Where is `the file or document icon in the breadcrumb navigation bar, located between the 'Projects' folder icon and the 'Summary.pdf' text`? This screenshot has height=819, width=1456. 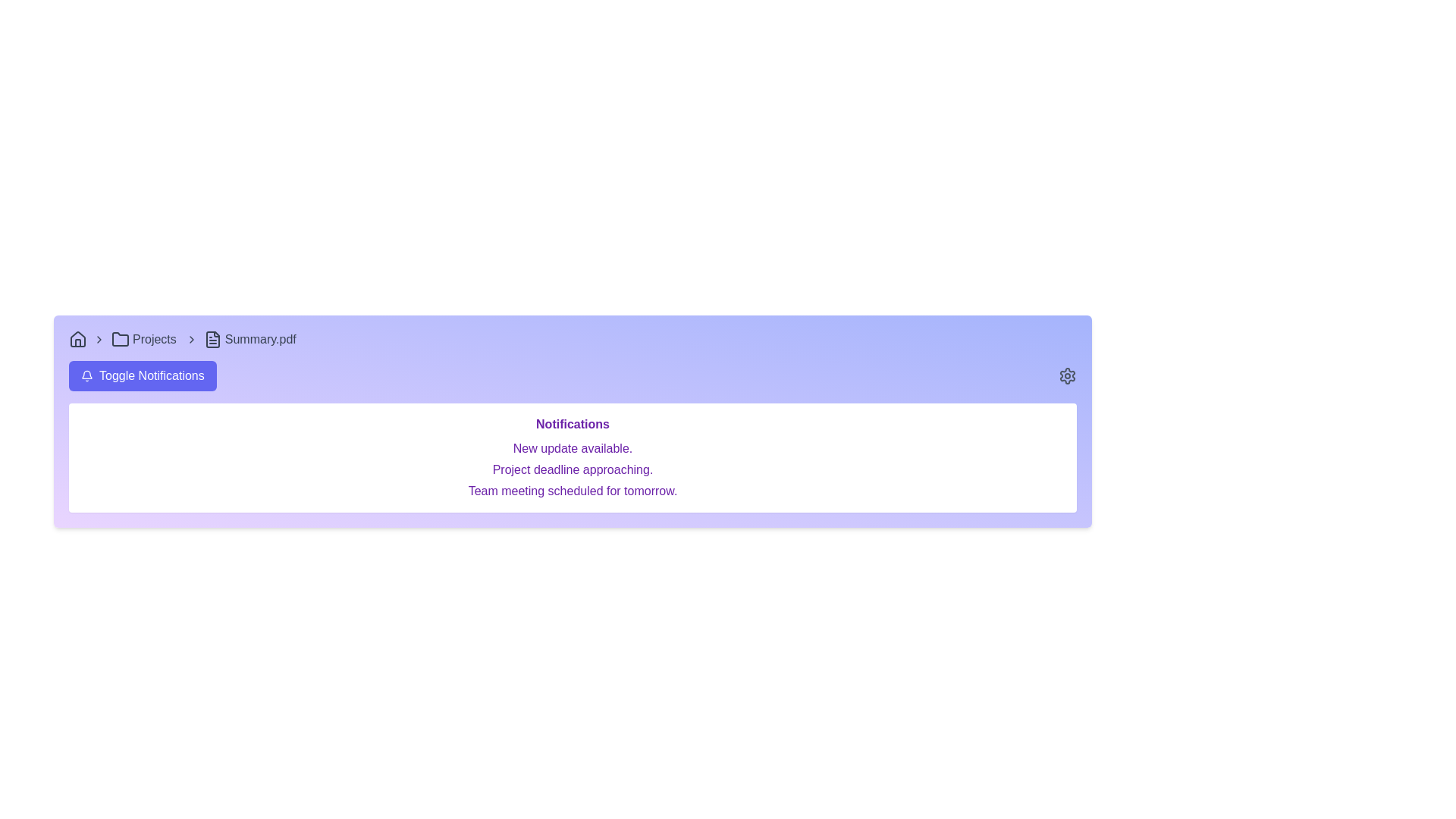
the file or document icon in the breadcrumb navigation bar, located between the 'Projects' folder icon and the 'Summary.pdf' text is located at coordinates (212, 338).